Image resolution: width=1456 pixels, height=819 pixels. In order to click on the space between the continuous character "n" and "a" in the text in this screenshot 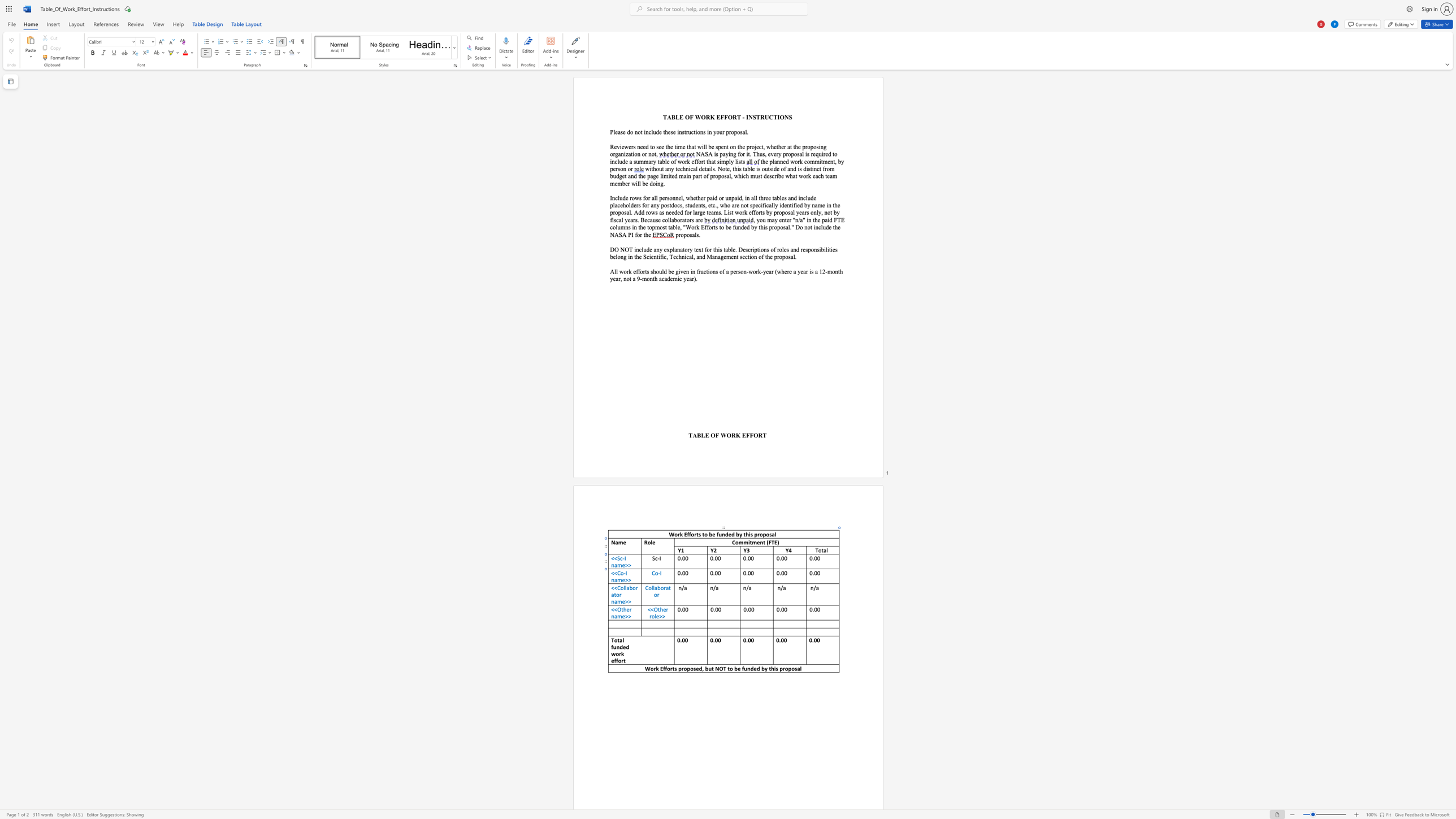, I will do `click(614, 580)`.